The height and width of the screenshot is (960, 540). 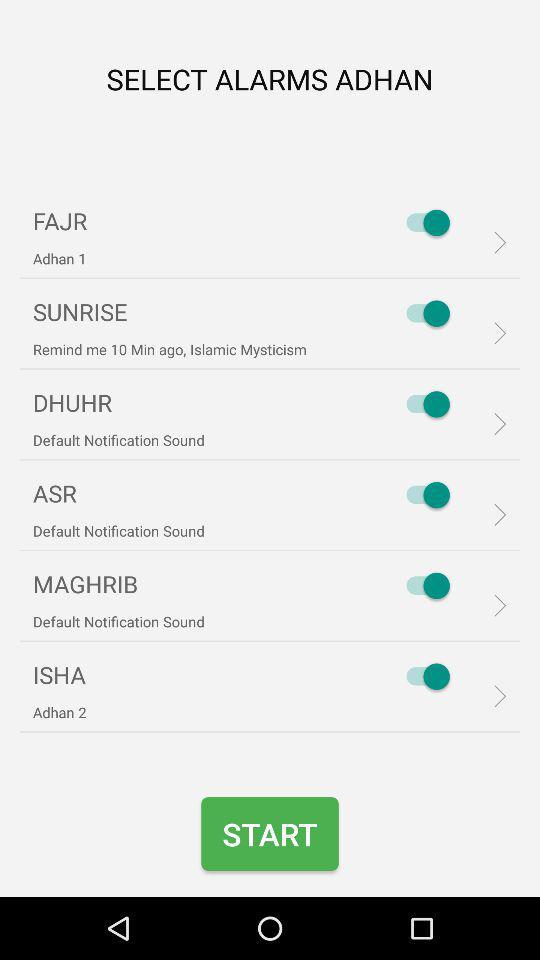 What do you see at coordinates (422, 313) in the screenshot?
I see `sound switch option` at bounding box center [422, 313].